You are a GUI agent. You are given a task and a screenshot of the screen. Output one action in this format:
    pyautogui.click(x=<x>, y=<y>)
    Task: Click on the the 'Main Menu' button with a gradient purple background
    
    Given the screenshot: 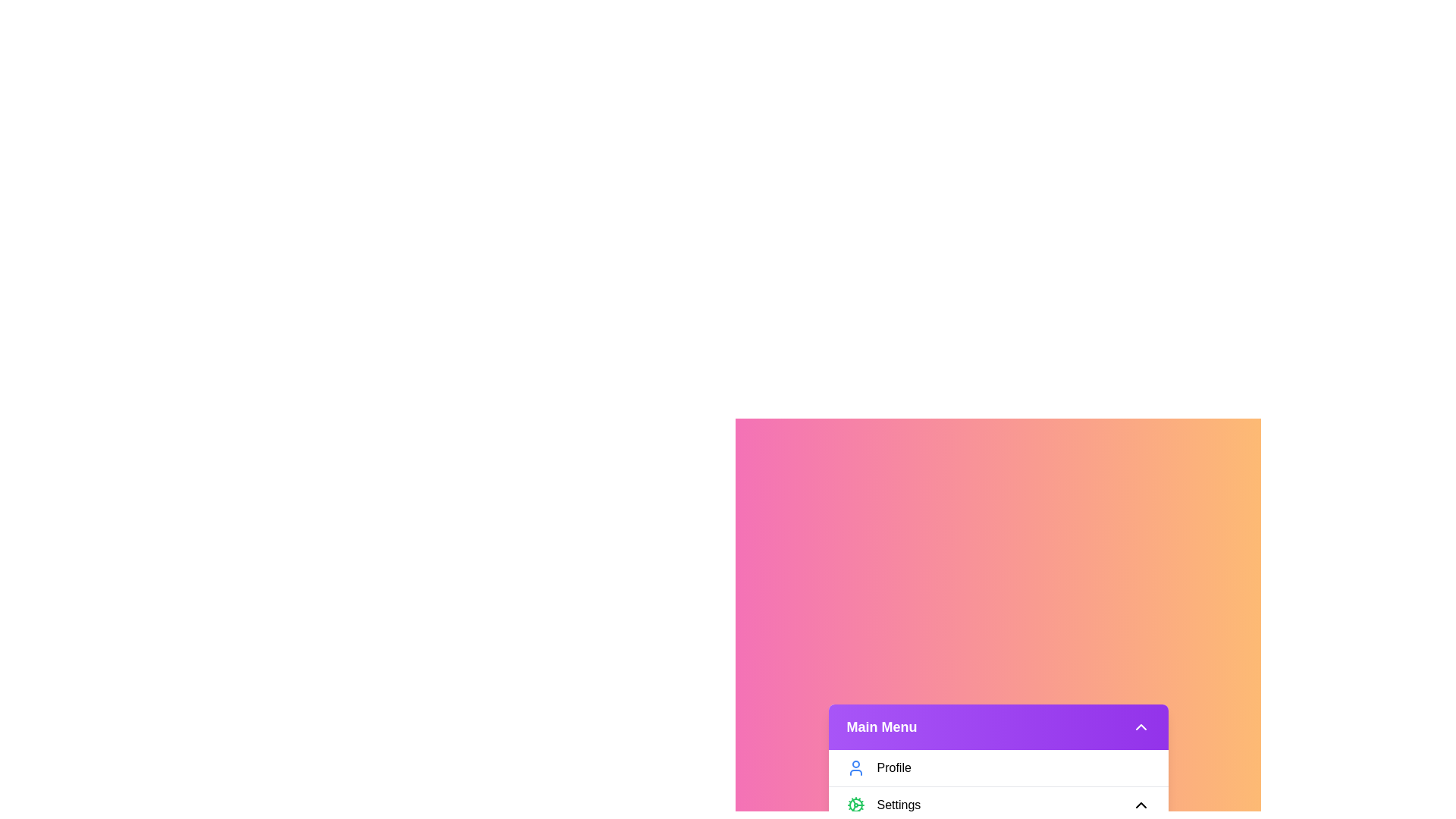 What is the action you would take?
    pyautogui.click(x=998, y=726)
    